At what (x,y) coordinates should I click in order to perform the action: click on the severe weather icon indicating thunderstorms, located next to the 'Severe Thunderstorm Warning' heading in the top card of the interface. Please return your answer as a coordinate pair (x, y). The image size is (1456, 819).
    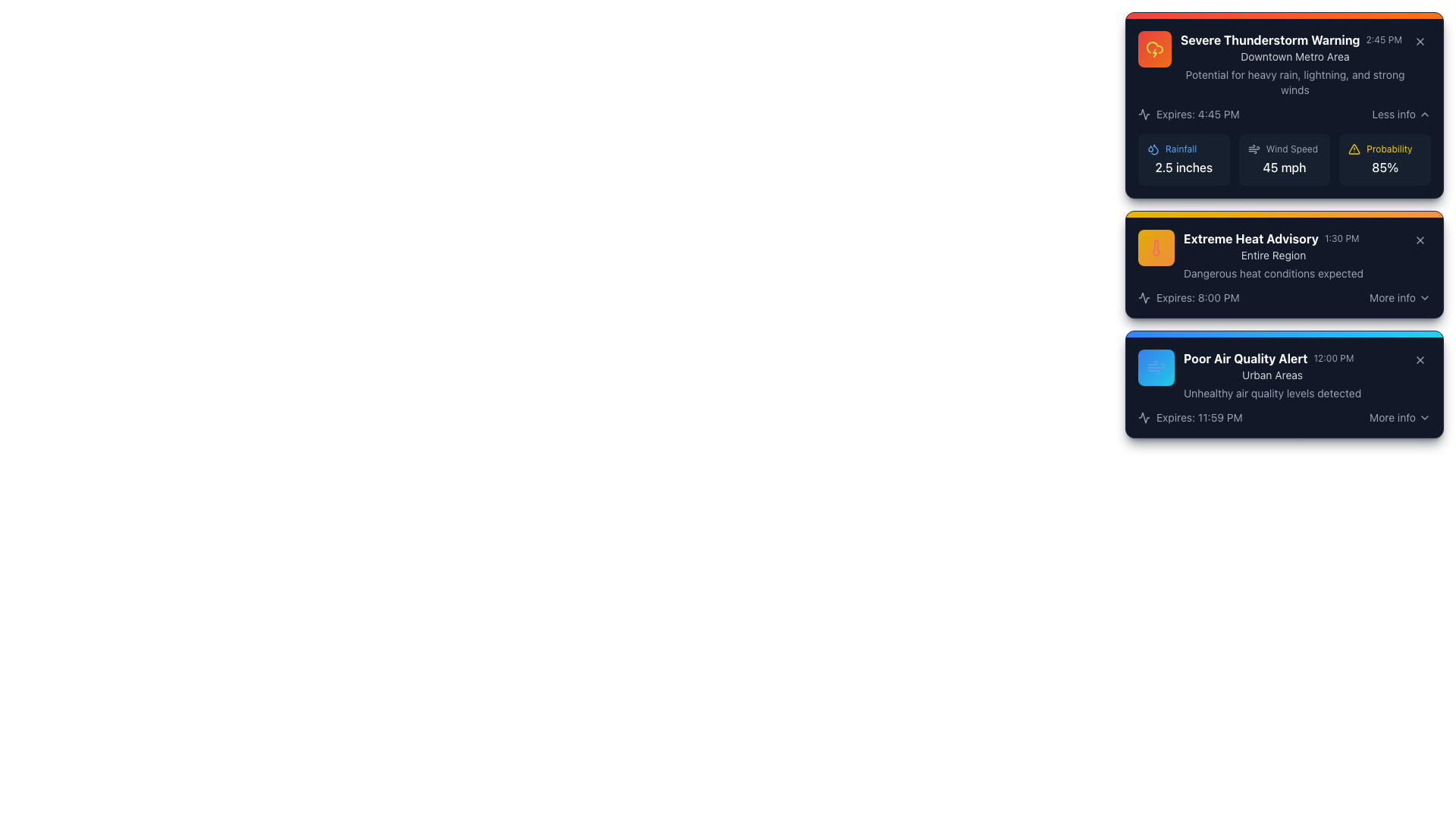
    Looking at the image, I should click on (1153, 46).